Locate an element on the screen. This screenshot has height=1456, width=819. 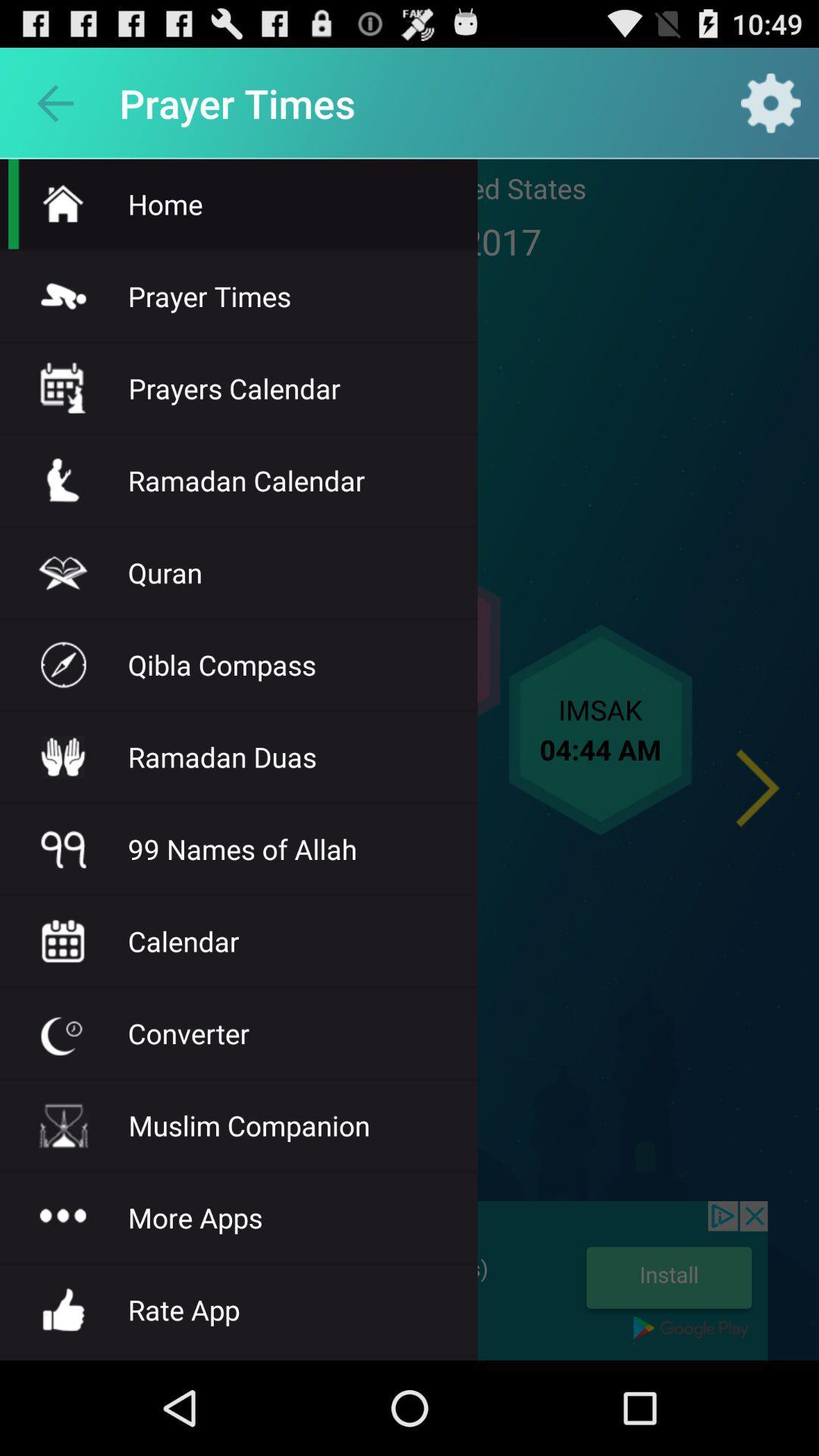
the arrow_forward icon is located at coordinates (758, 843).